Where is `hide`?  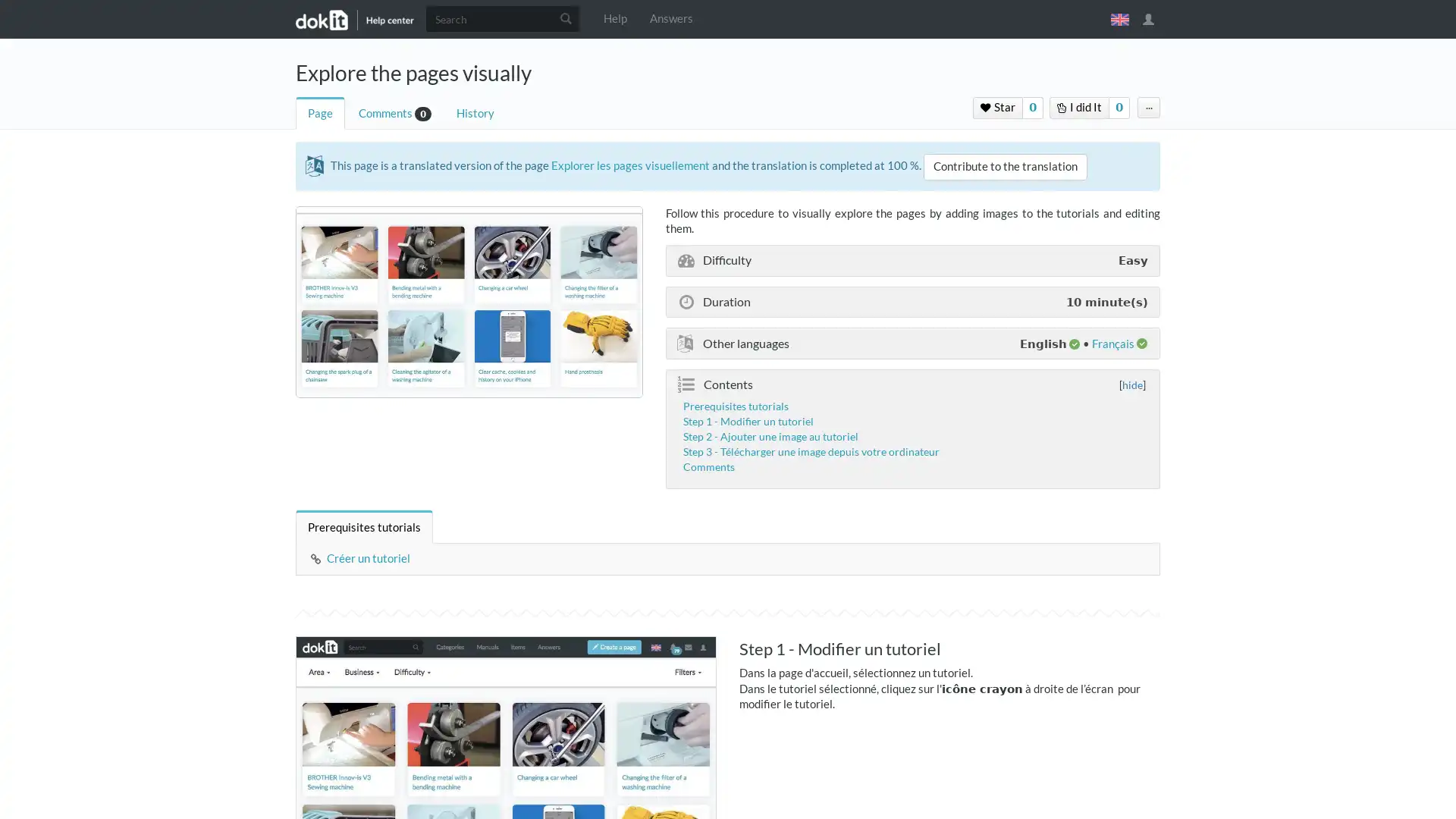
hide is located at coordinates (1132, 383).